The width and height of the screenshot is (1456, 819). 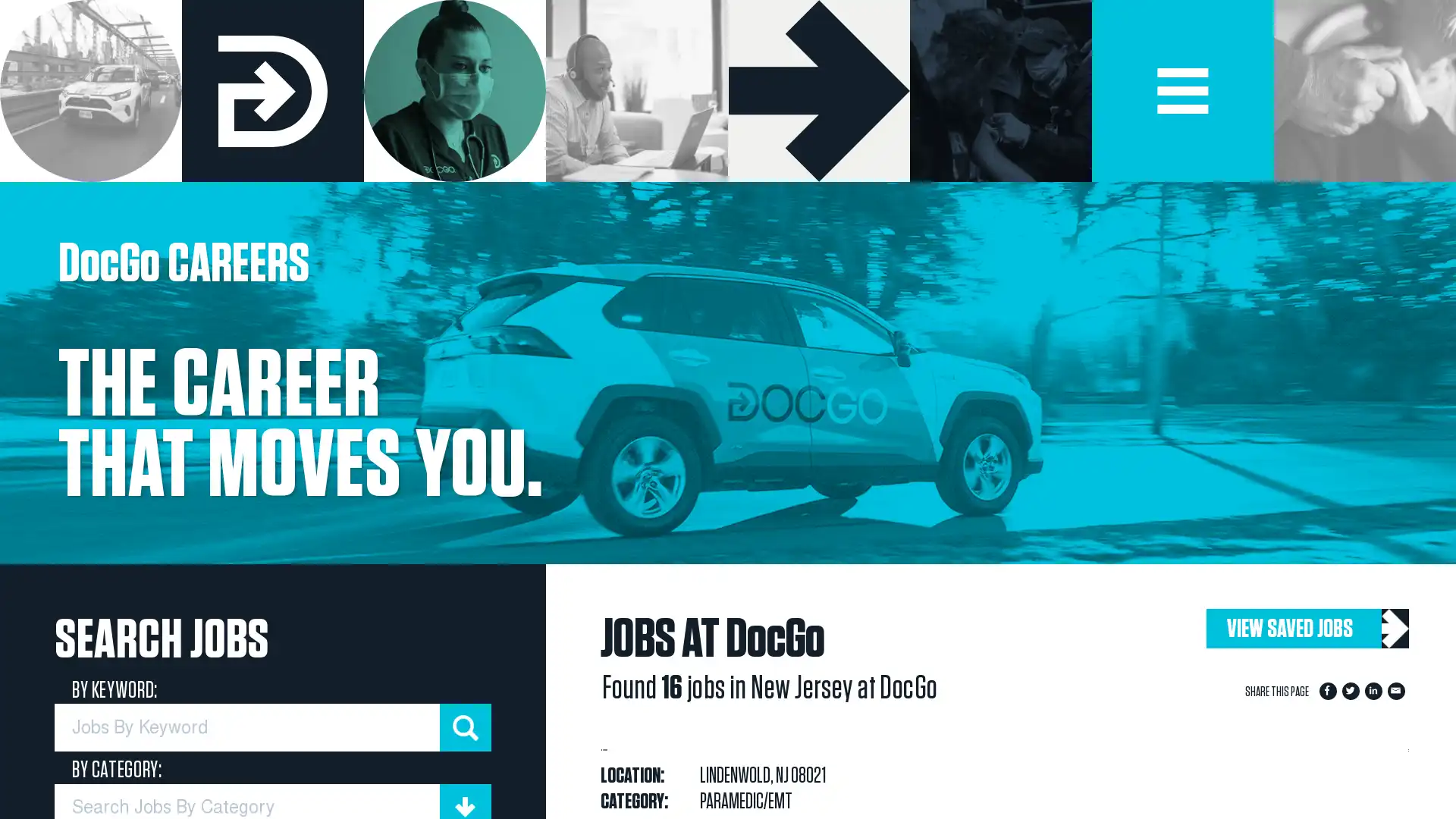 I want to click on Share to Email App, so click(x=1397, y=690).